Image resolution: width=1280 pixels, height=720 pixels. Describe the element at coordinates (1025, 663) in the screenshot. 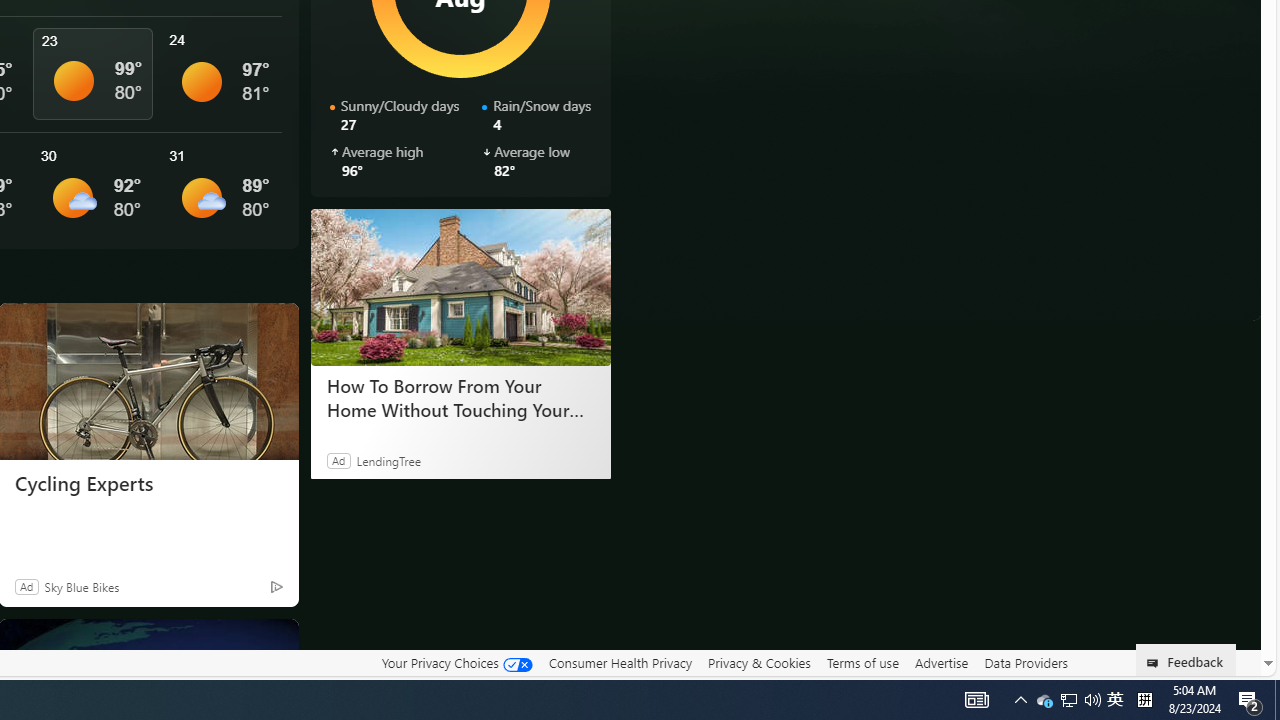

I see `'Data Providers'` at that location.